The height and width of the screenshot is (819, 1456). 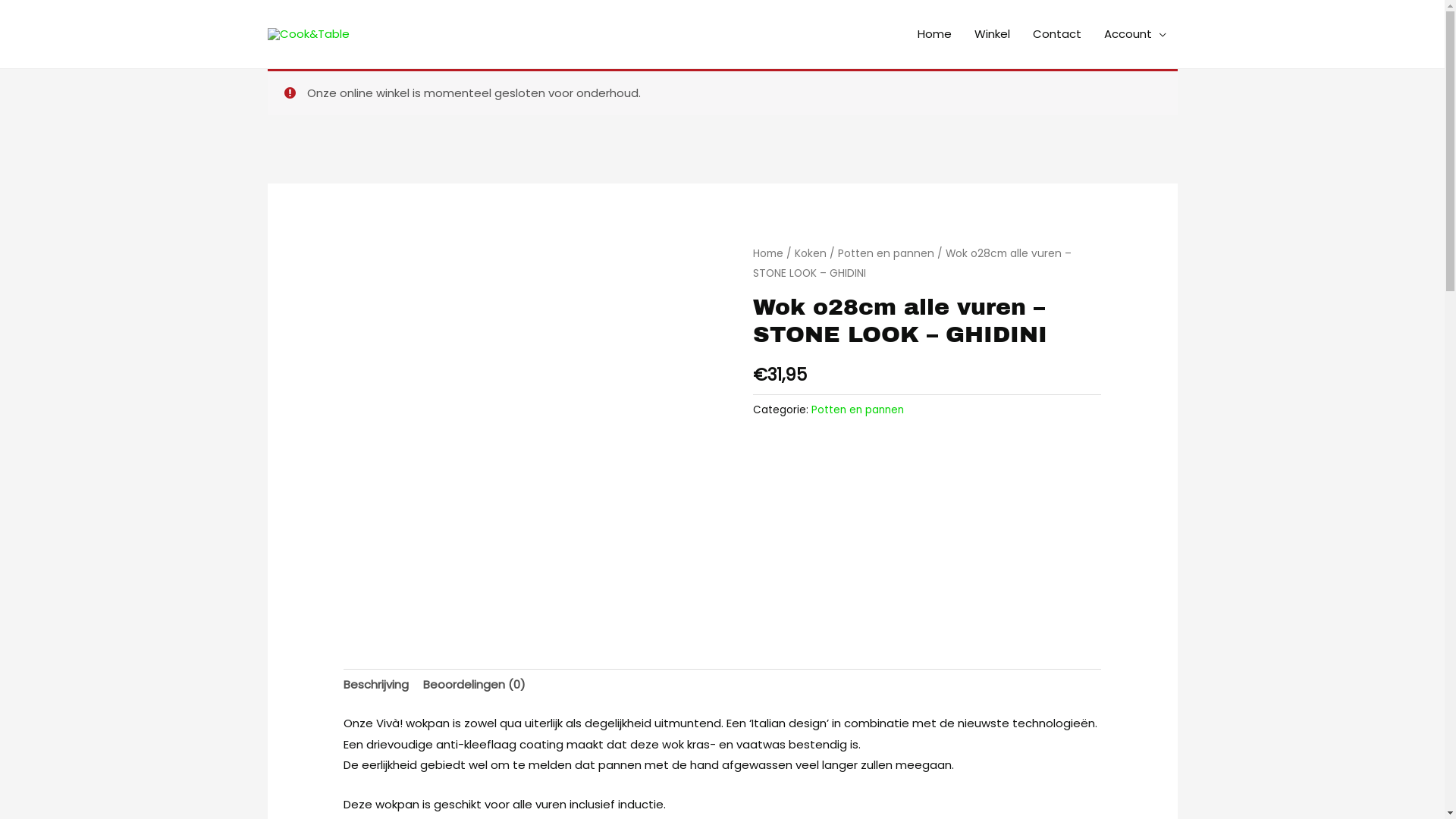 I want to click on 'Beoordelingen (0)', so click(x=473, y=685).